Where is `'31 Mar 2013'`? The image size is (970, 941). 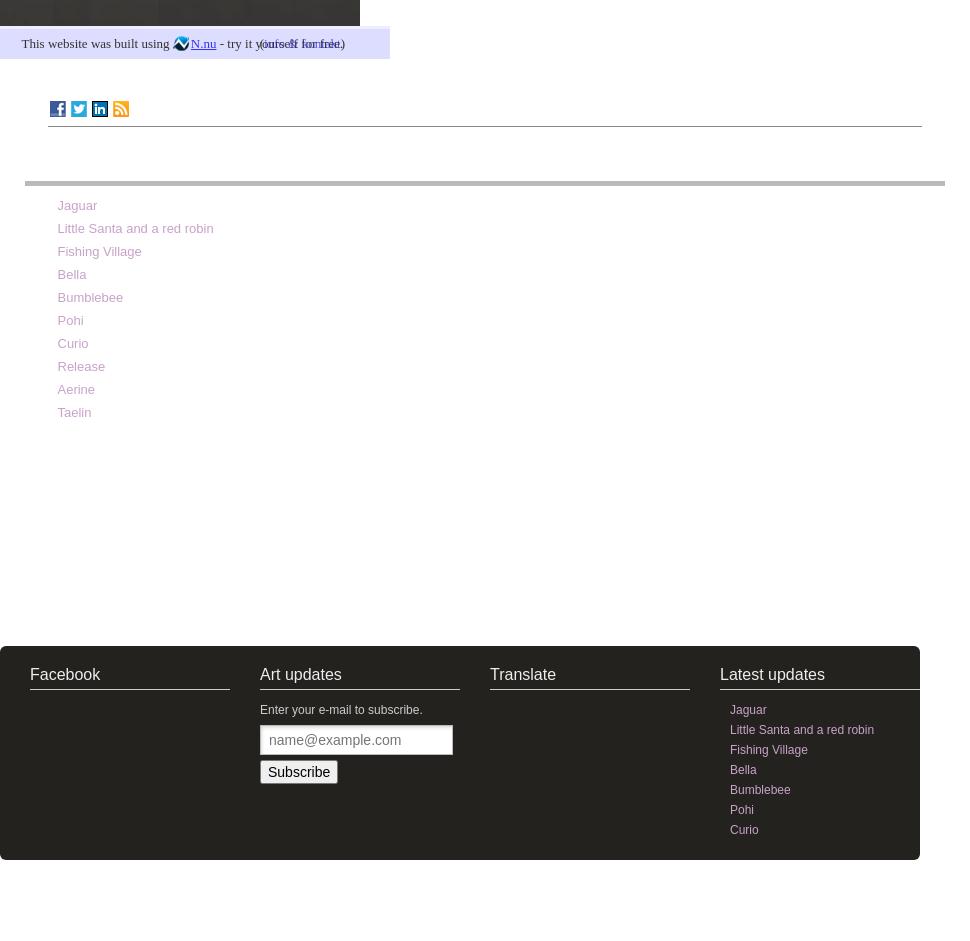
'31 Mar 2013' is located at coordinates (888, 107).